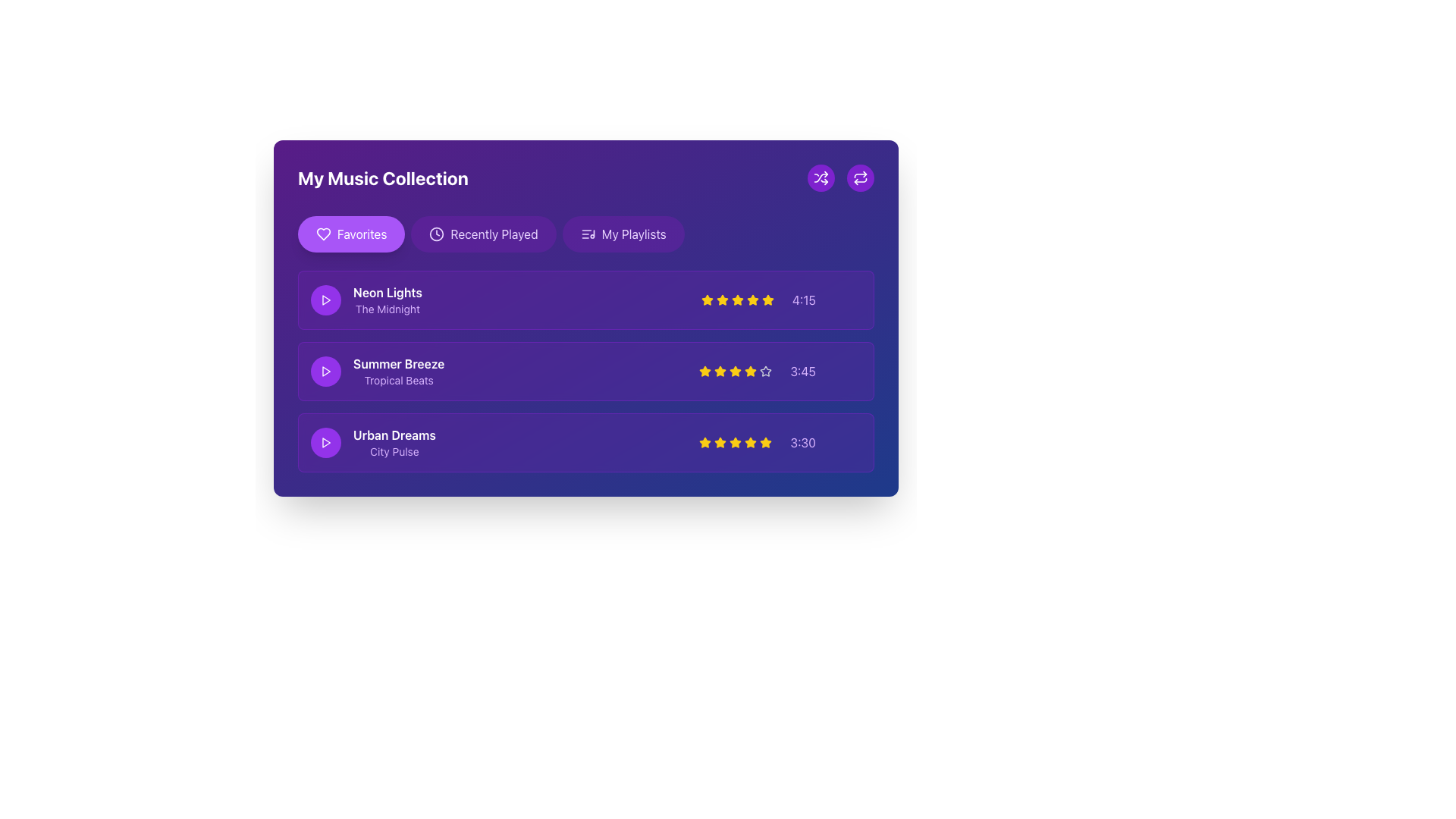 The width and height of the screenshot is (1456, 819). Describe the element at coordinates (751, 442) in the screenshot. I see `the fifth star icon representing the rating for the song 'Urban Dreams'` at that location.